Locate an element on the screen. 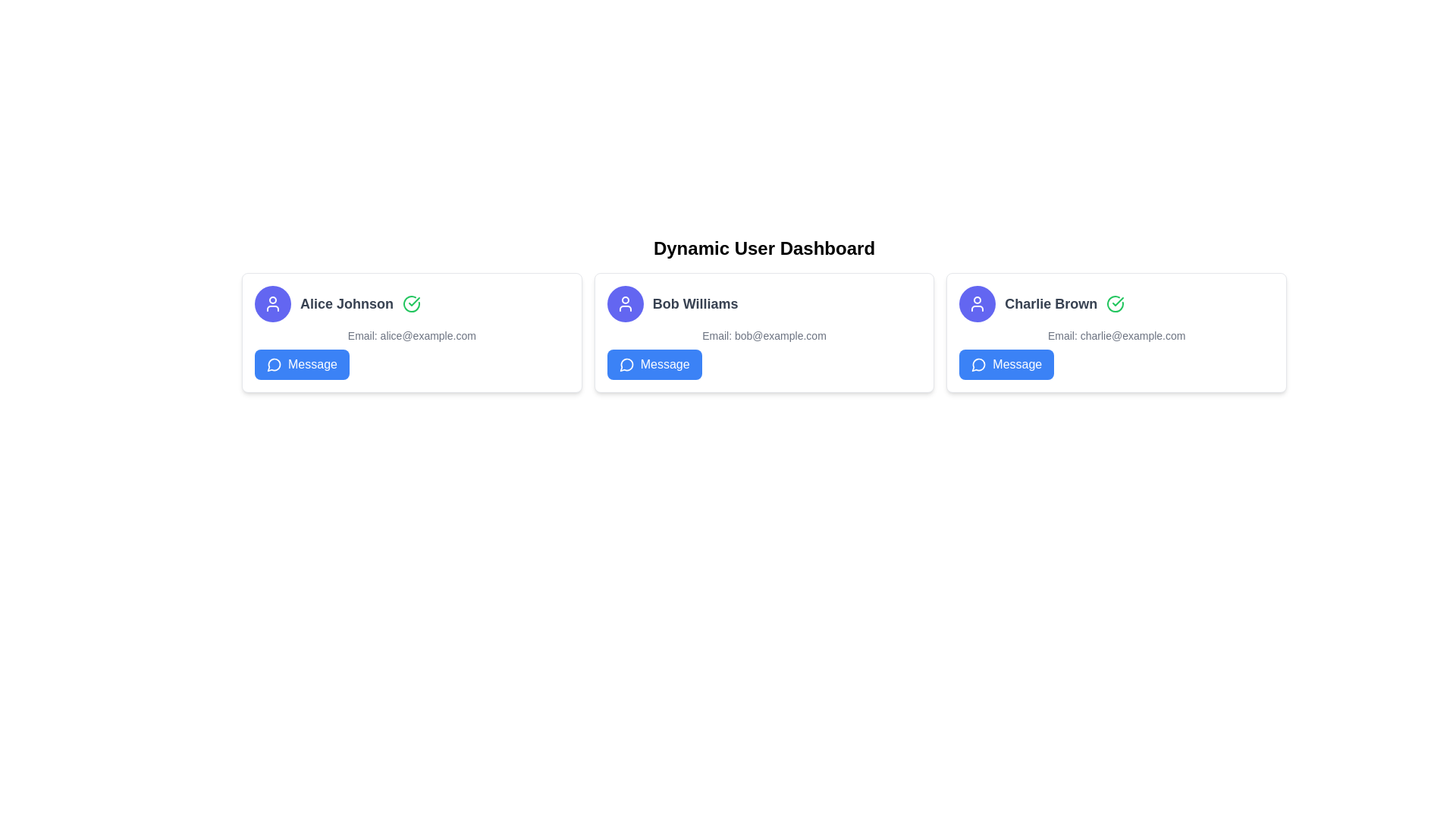  the email address text label located below 'Alice Johnson' and above the 'Message' button in the leftmost user profile card is located at coordinates (412, 335).